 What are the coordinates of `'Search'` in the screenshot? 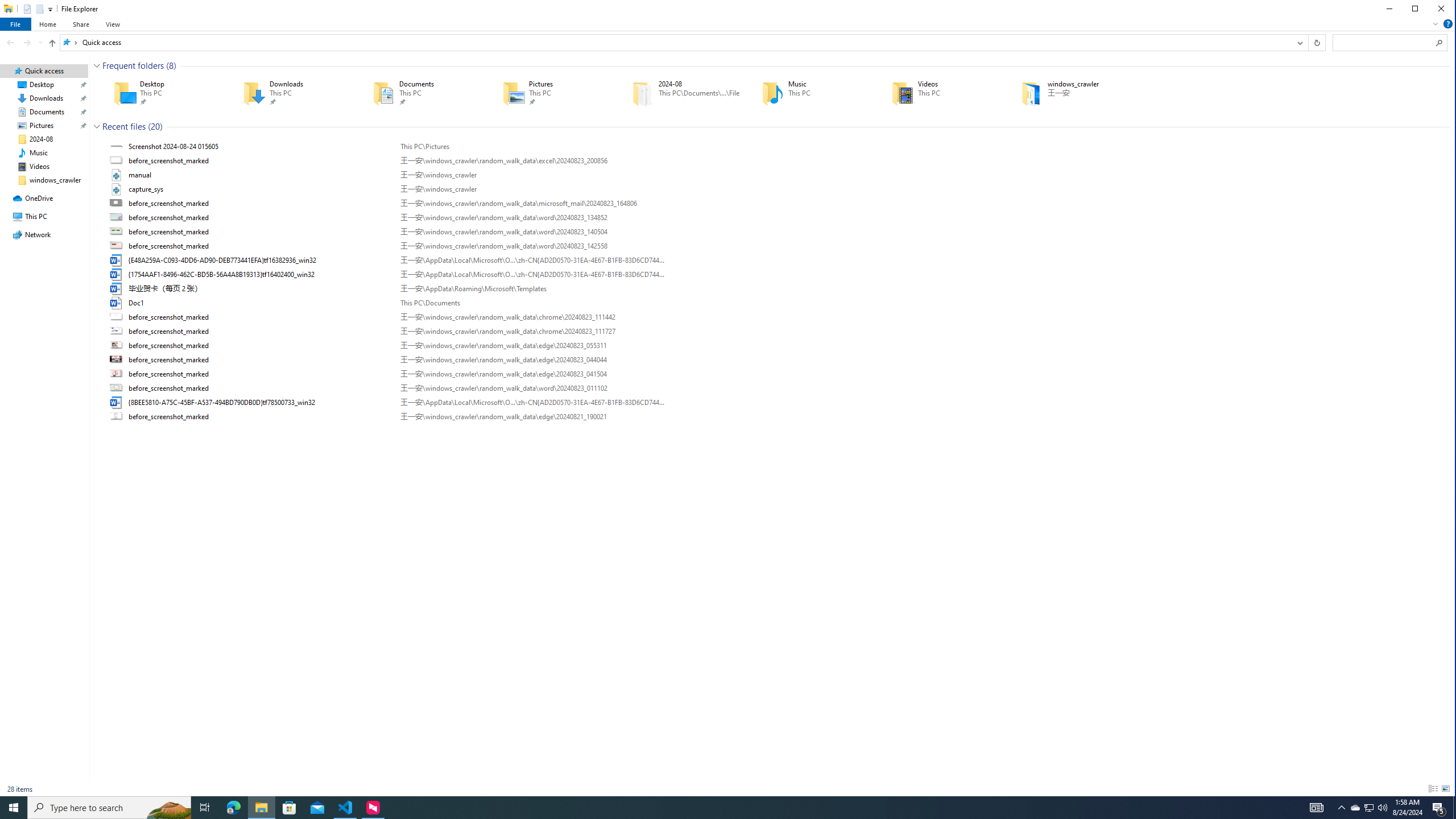 It's located at (1440, 42).